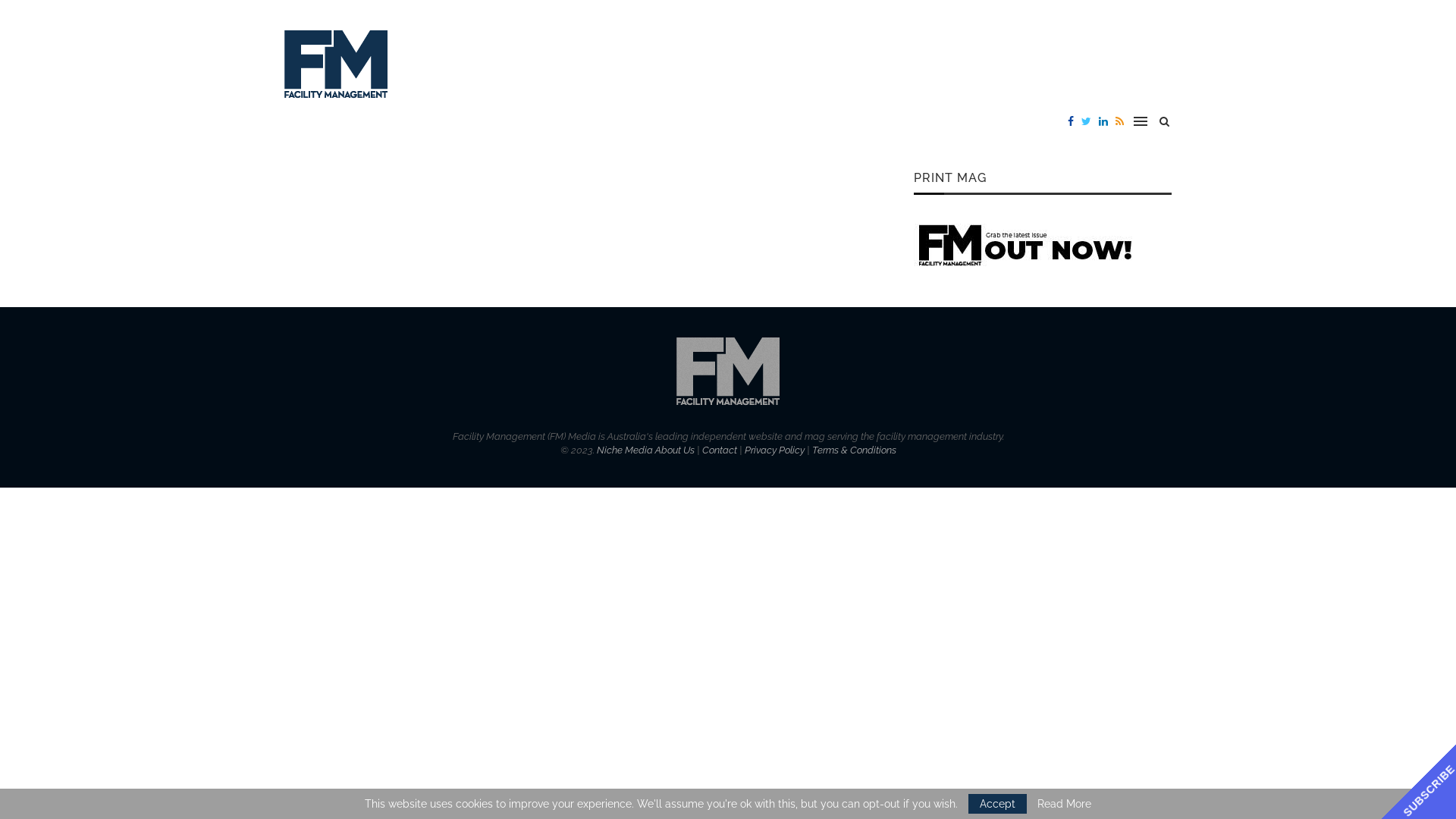 Image resolution: width=1456 pixels, height=819 pixels. What do you see at coordinates (719, 449) in the screenshot?
I see `'Contact'` at bounding box center [719, 449].